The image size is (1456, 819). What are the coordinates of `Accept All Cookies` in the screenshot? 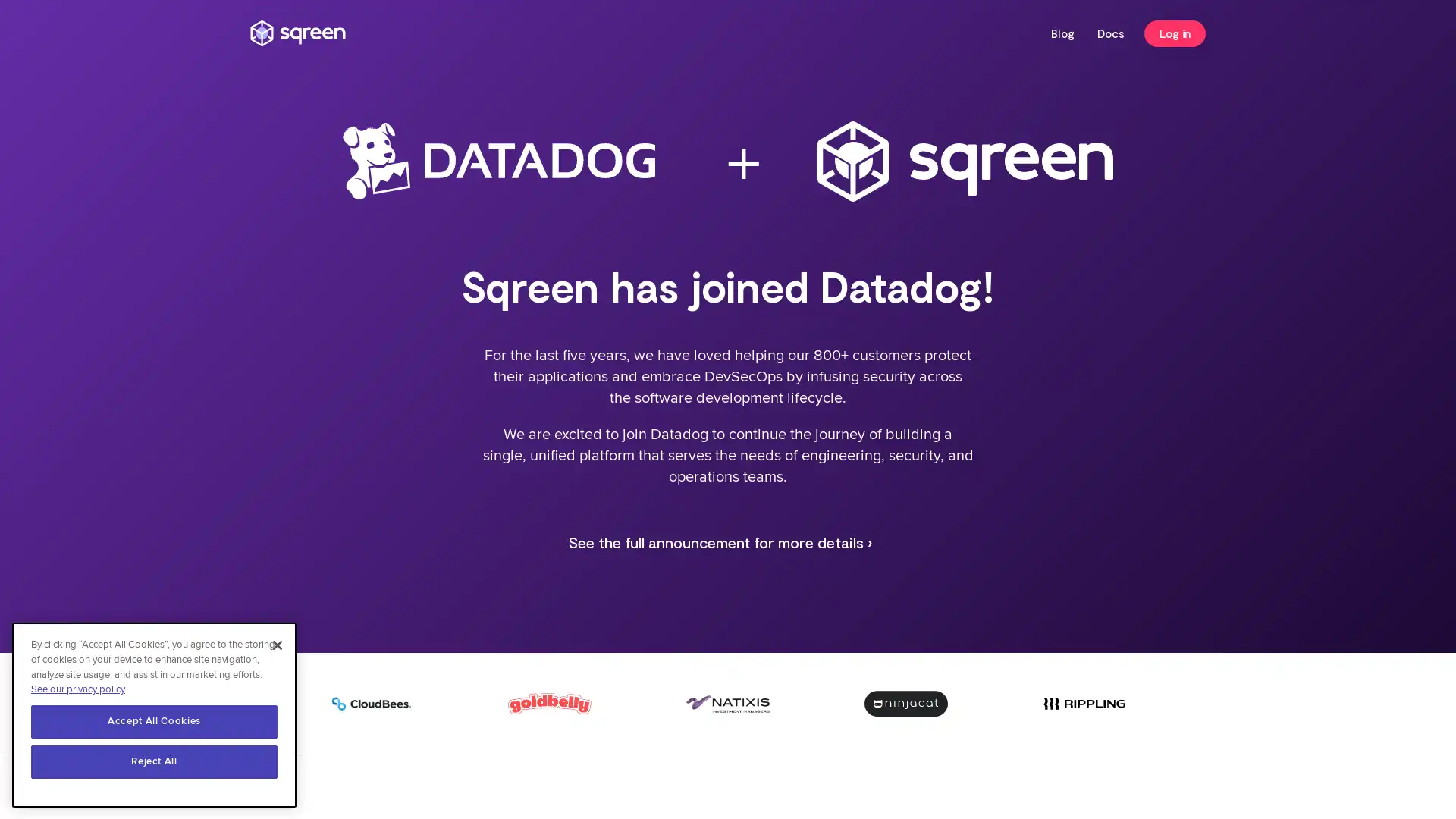 It's located at (154, 721).